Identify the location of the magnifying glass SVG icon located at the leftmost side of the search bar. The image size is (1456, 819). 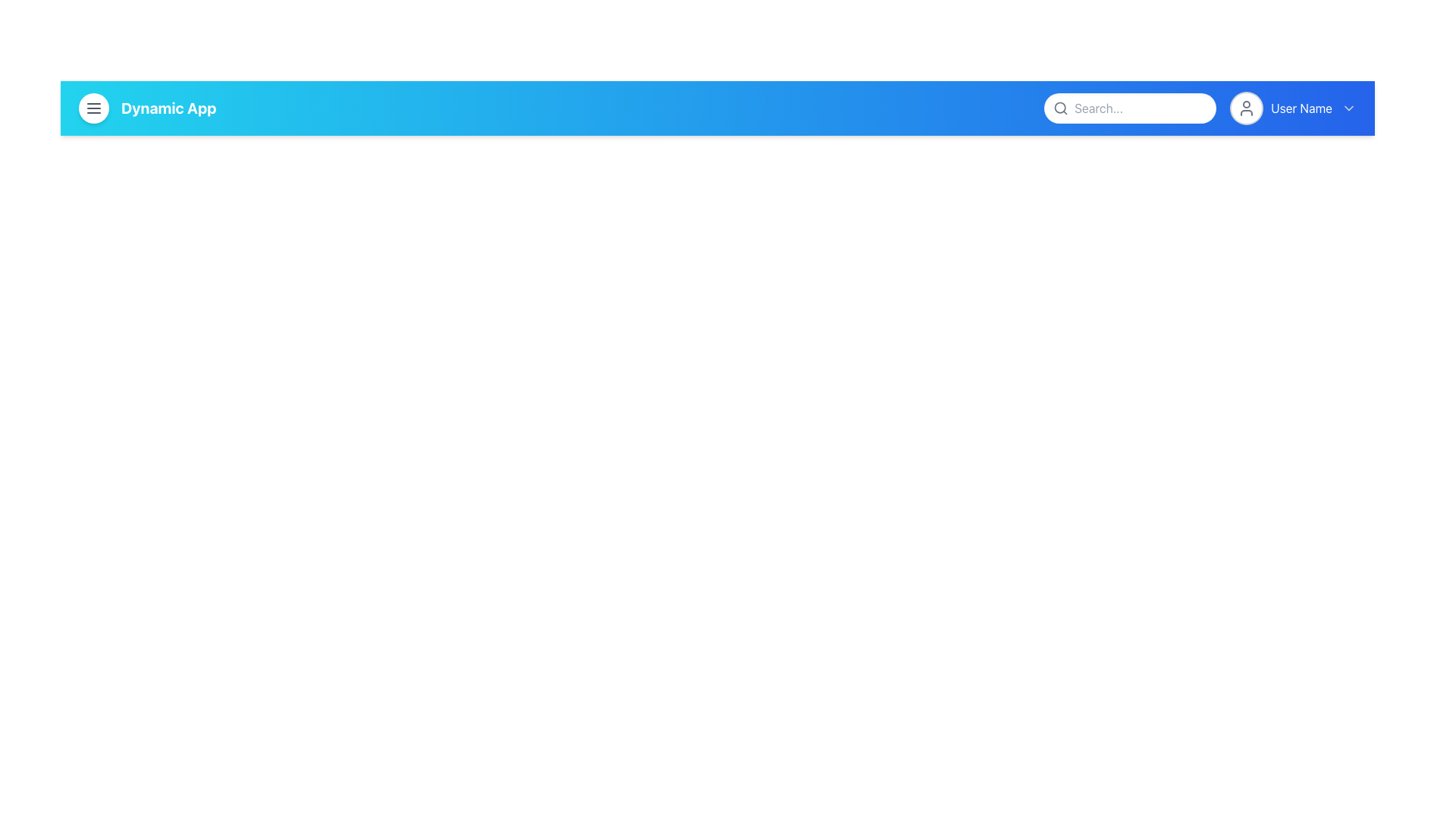
(1059, 107).